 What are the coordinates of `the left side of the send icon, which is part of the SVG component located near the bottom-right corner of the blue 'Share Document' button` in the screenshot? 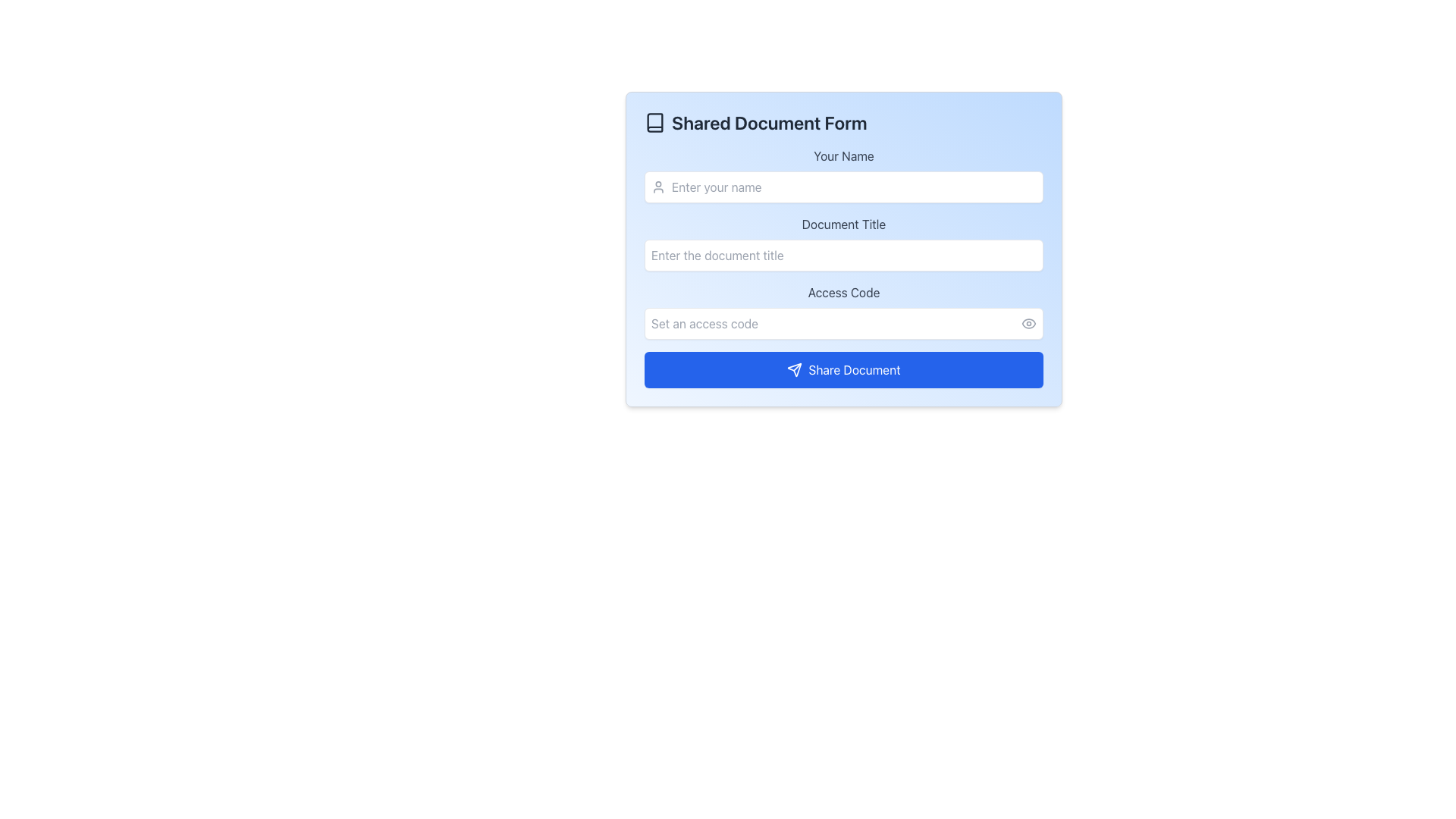 It's located at (794, 370).